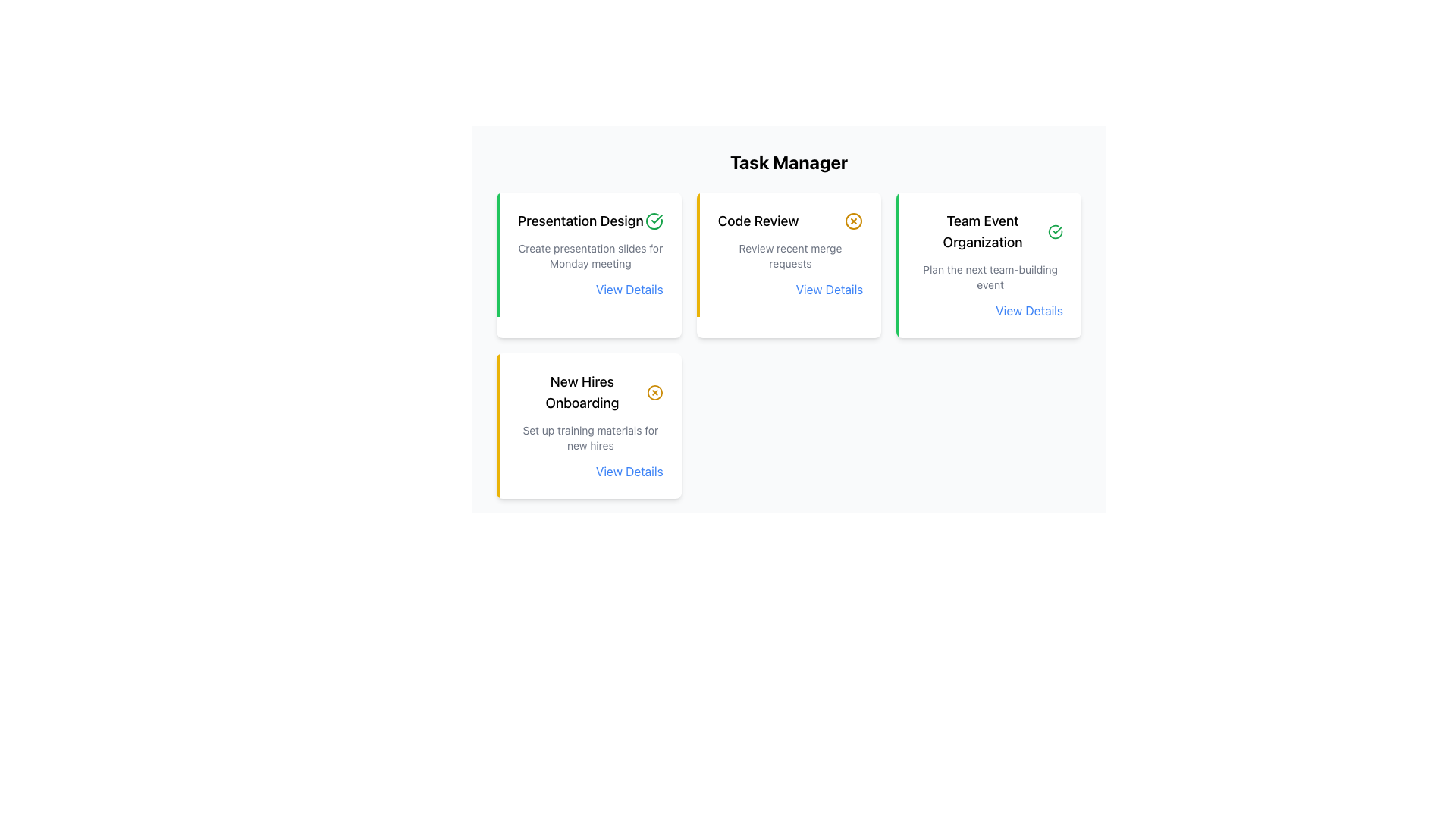 The image size is (1456, 819). What do you see at coordinates (789, 253) in the screenshot?
I see `information displayed on the 'Code Review' task card located in the top row, middle column of the grid layout` at bounding box center [789, 253].